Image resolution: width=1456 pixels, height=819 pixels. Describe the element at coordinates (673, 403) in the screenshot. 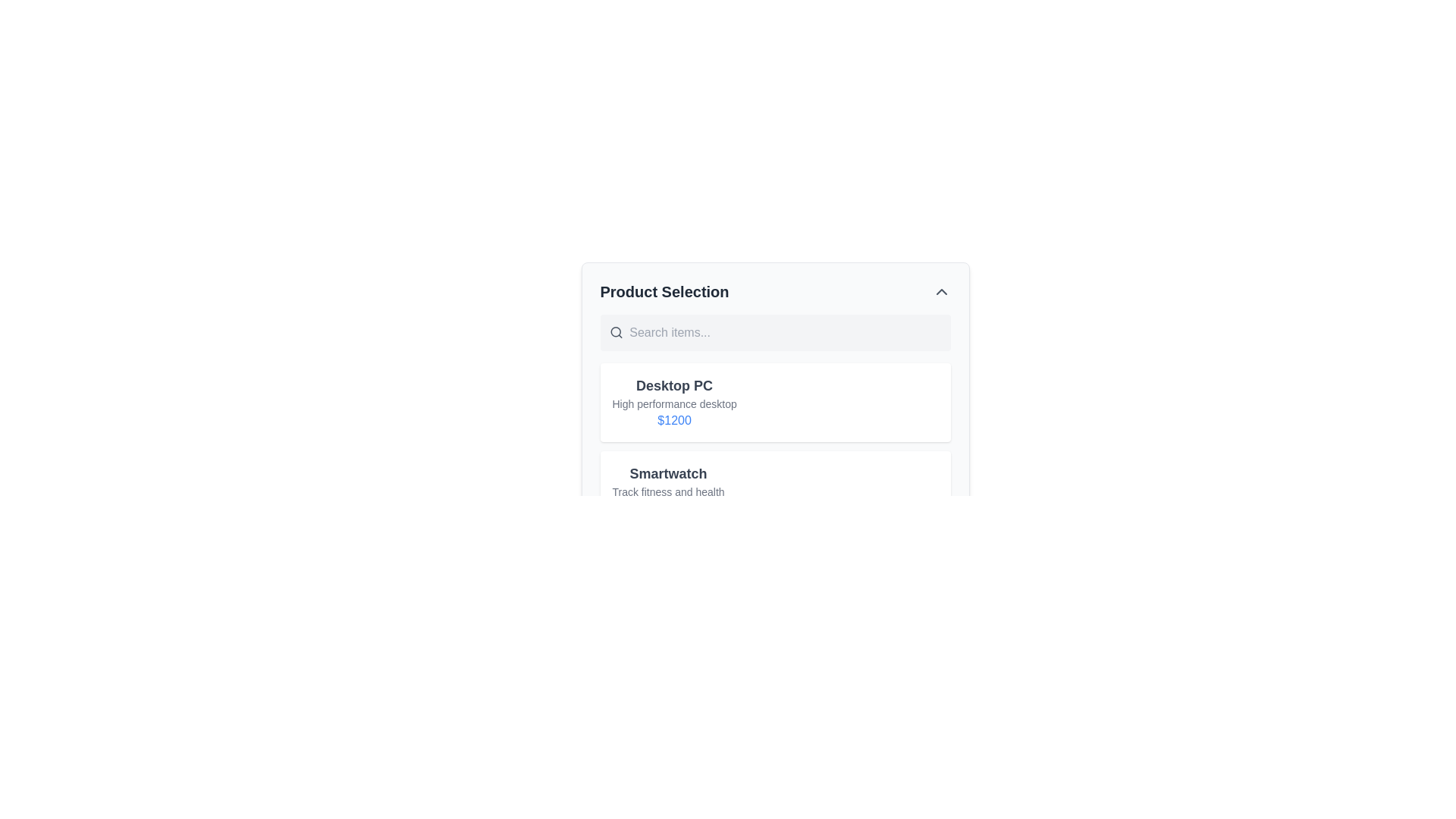

I see `the text label providing additional descriptive detail about the item titled 'Desktop PC', which is positioned beneath the title and above the price text '$1200'` at that location.